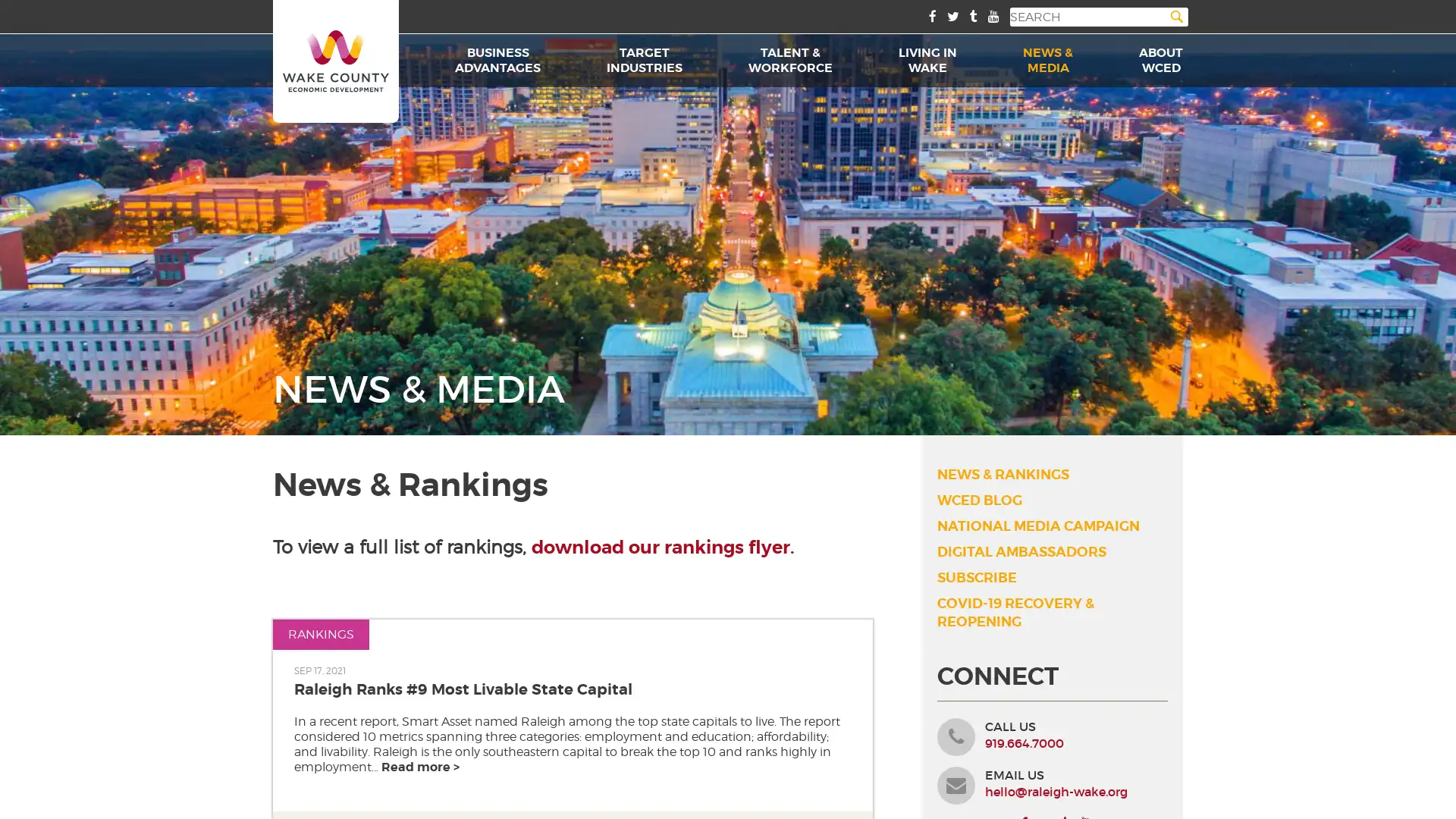 This screenshot has width=1456, height=819. Describe the element at coordinates (1175, 17) in the screenshot. I see `Search` at that location.